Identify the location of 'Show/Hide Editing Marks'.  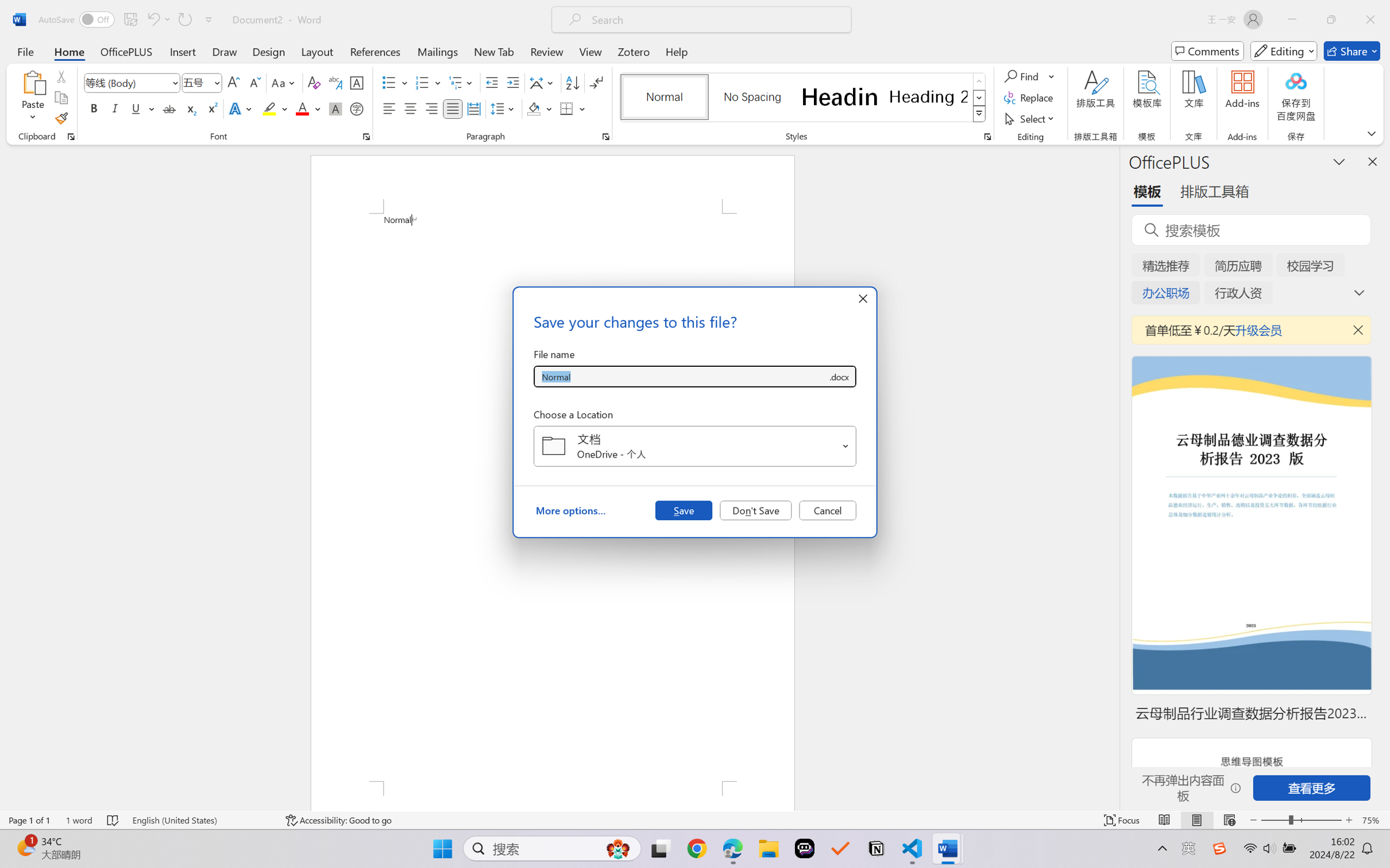
(596, 83).